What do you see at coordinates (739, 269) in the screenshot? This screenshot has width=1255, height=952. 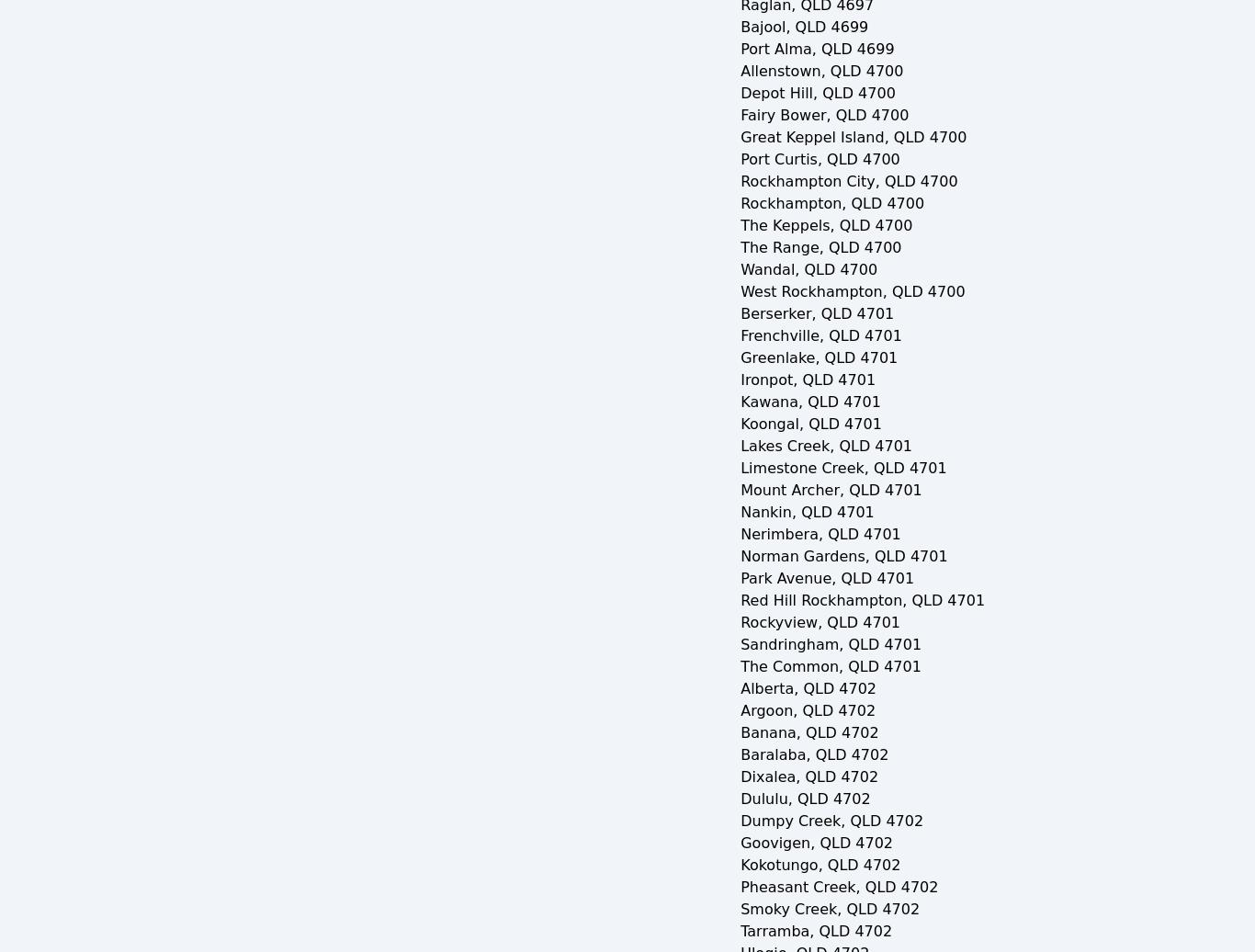 I see `'Wandal, QLD 4700'` at bounding box center [739, 269].